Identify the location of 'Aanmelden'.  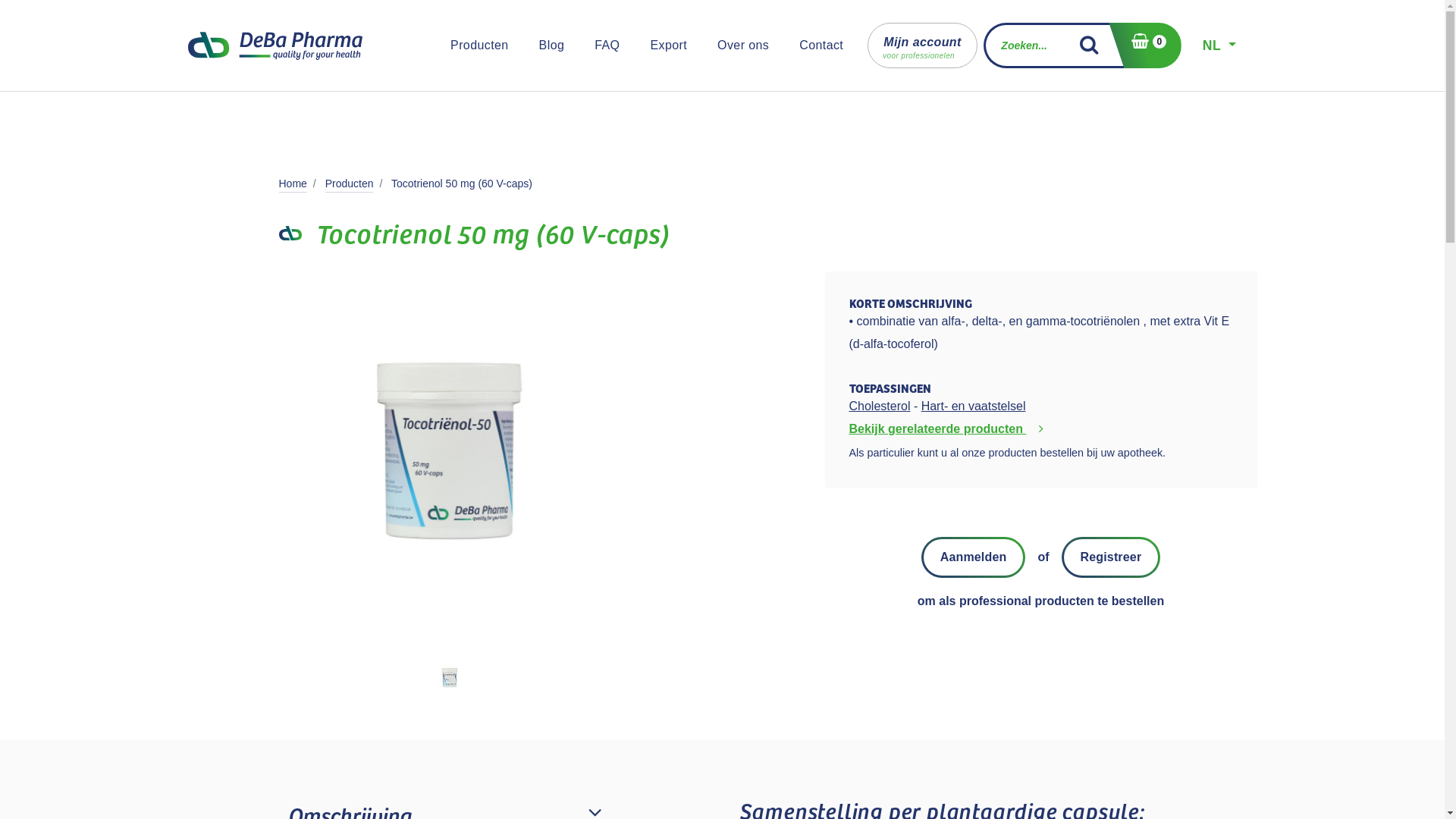
(973, 557).